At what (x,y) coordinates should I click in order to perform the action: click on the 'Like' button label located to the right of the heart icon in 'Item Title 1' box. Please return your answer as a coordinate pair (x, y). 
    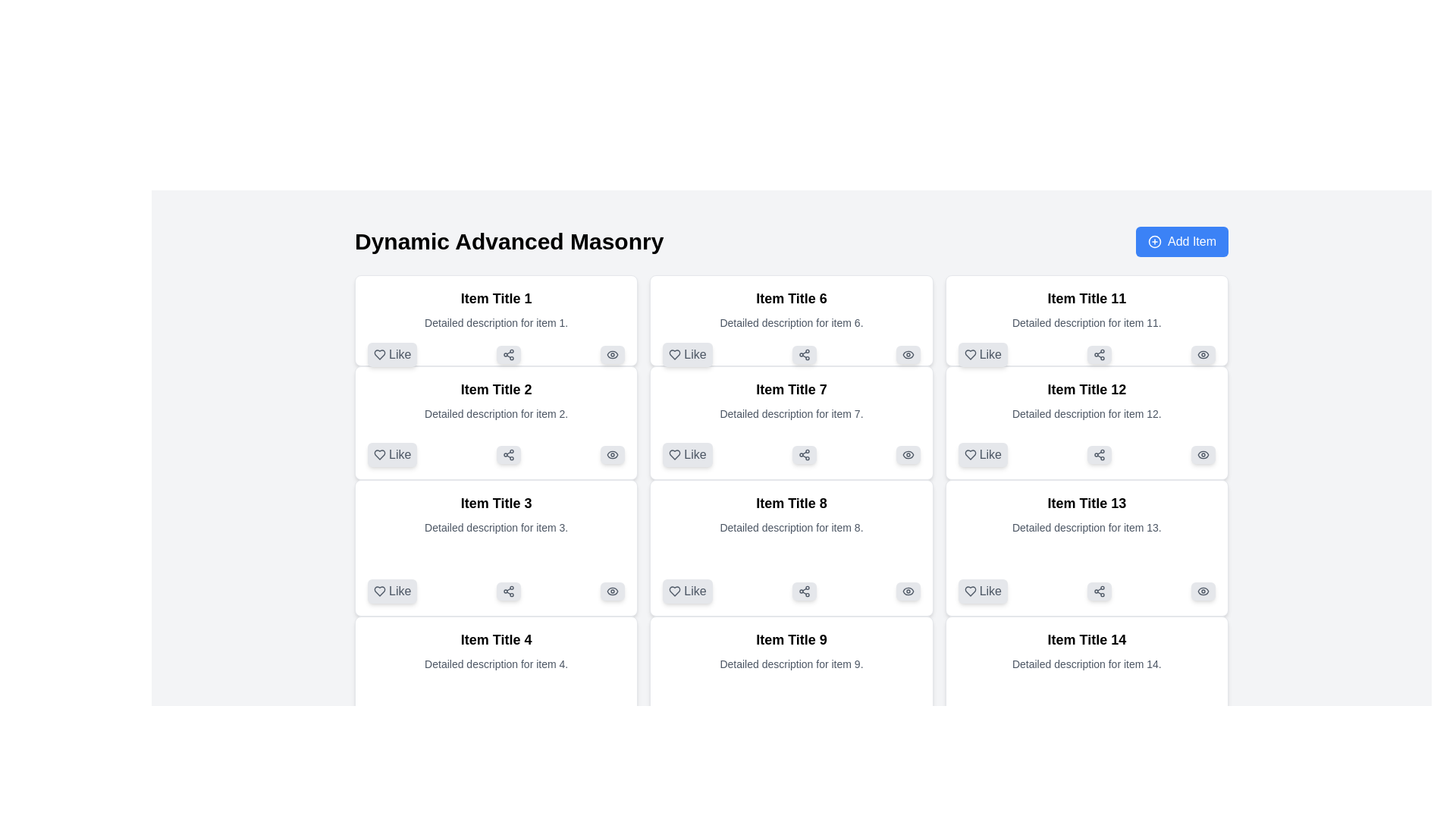
    Looking at the image, I should click on (400, 354).